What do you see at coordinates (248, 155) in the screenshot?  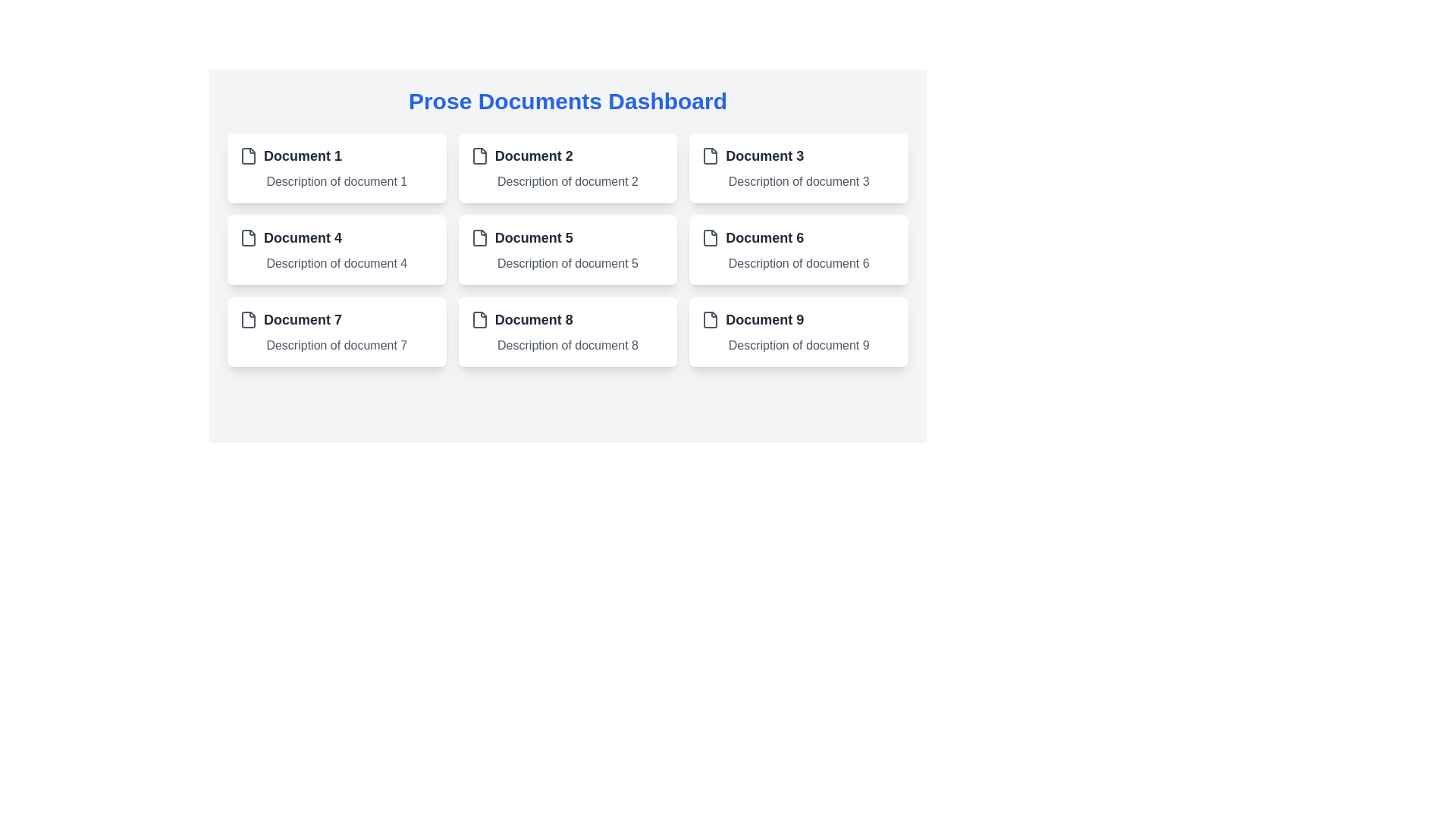 I see `the document icon located in the top-left corner of the dashboard interface under the card labeled 'Document 1.'` at bounding box center [248, 155].